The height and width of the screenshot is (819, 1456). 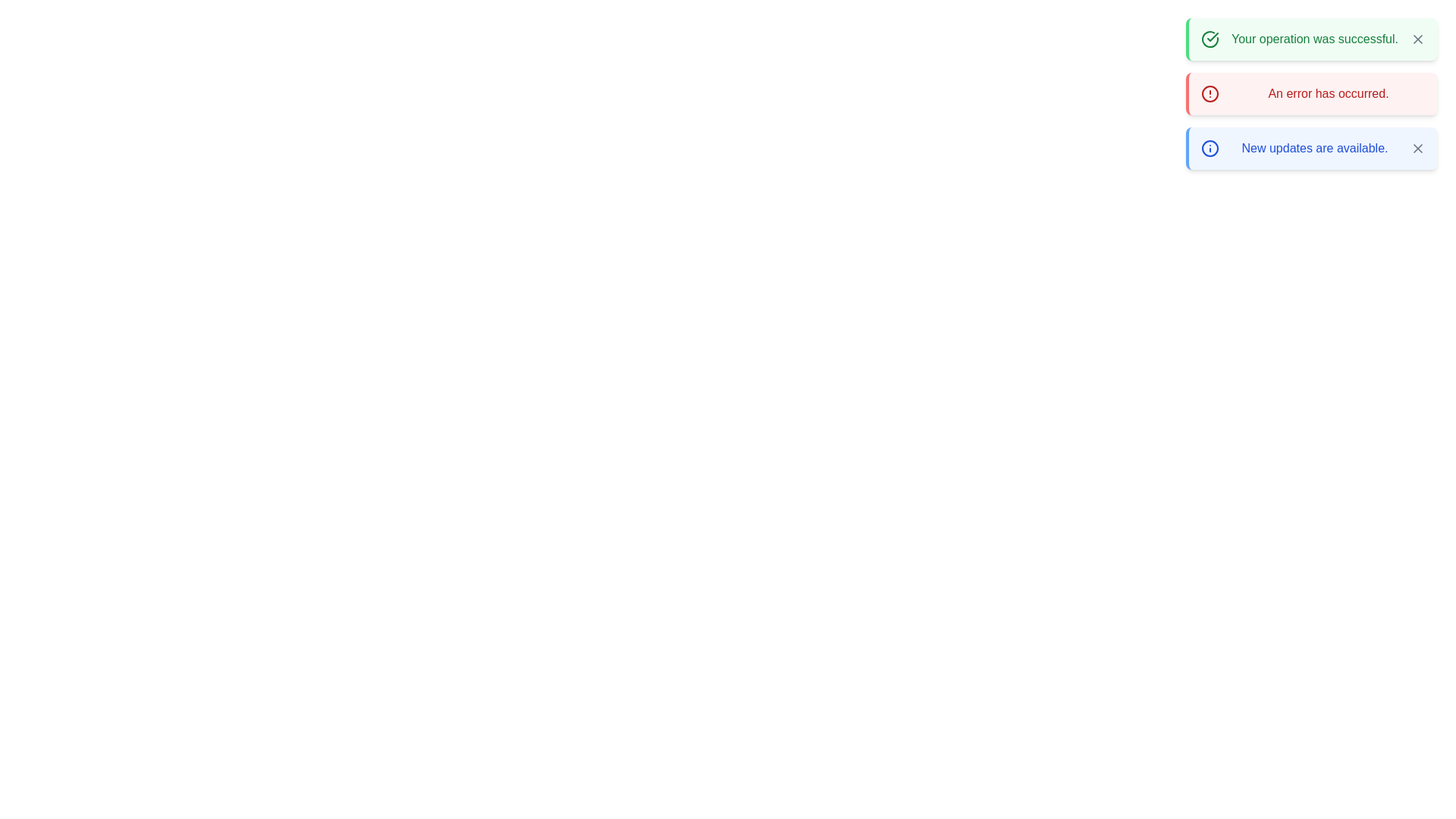 I want to click on the alert with the message 'An error has occurred.' to see the hover effect, so click(x=1310, y=93).